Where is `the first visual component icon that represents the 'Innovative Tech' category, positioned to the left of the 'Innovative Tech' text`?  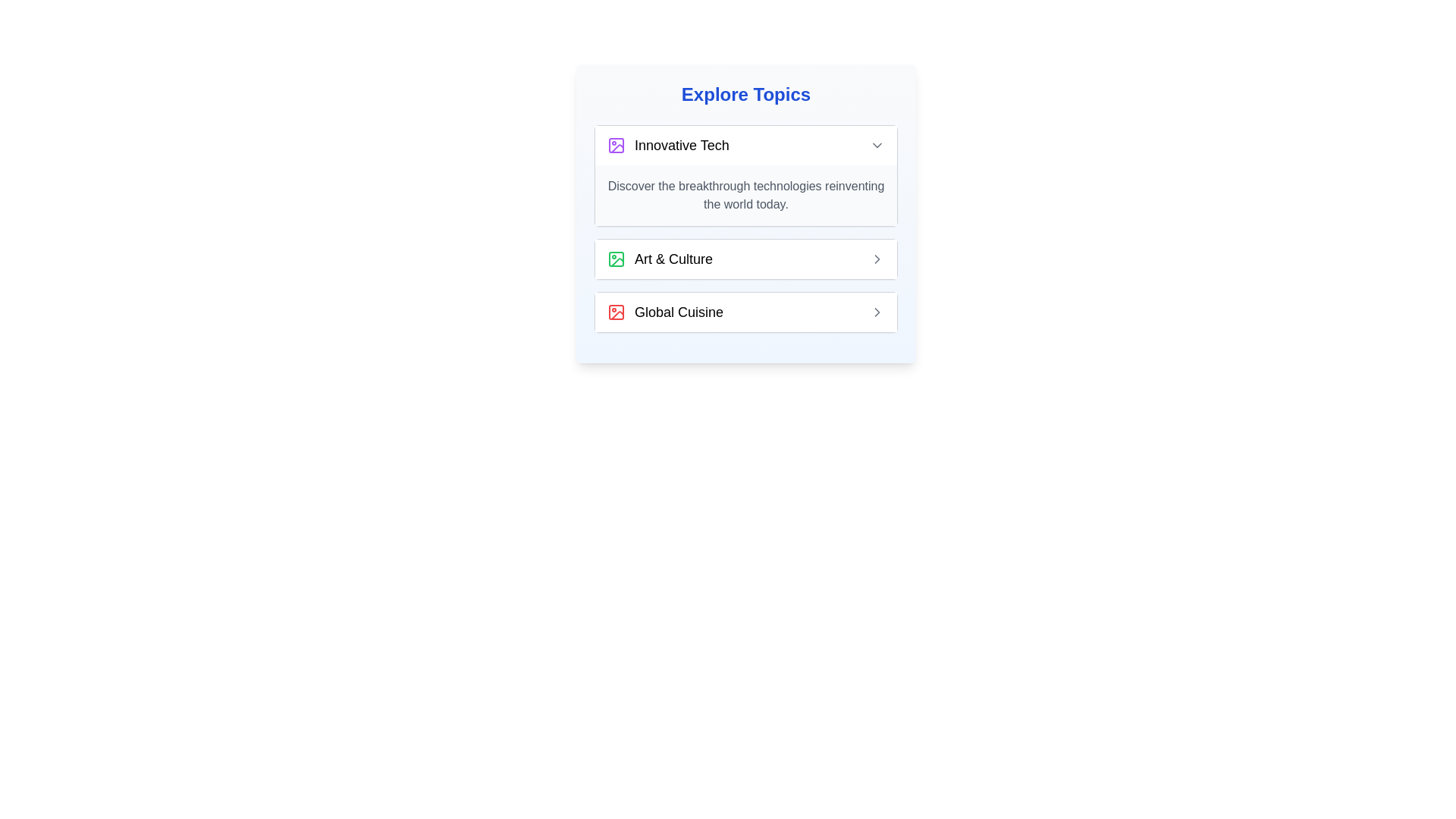
the first visual component icon that represents the 'Innovative Tech' category, positioned to the left of the 'Innovative Tech' text is located at coordinates (616, 146).